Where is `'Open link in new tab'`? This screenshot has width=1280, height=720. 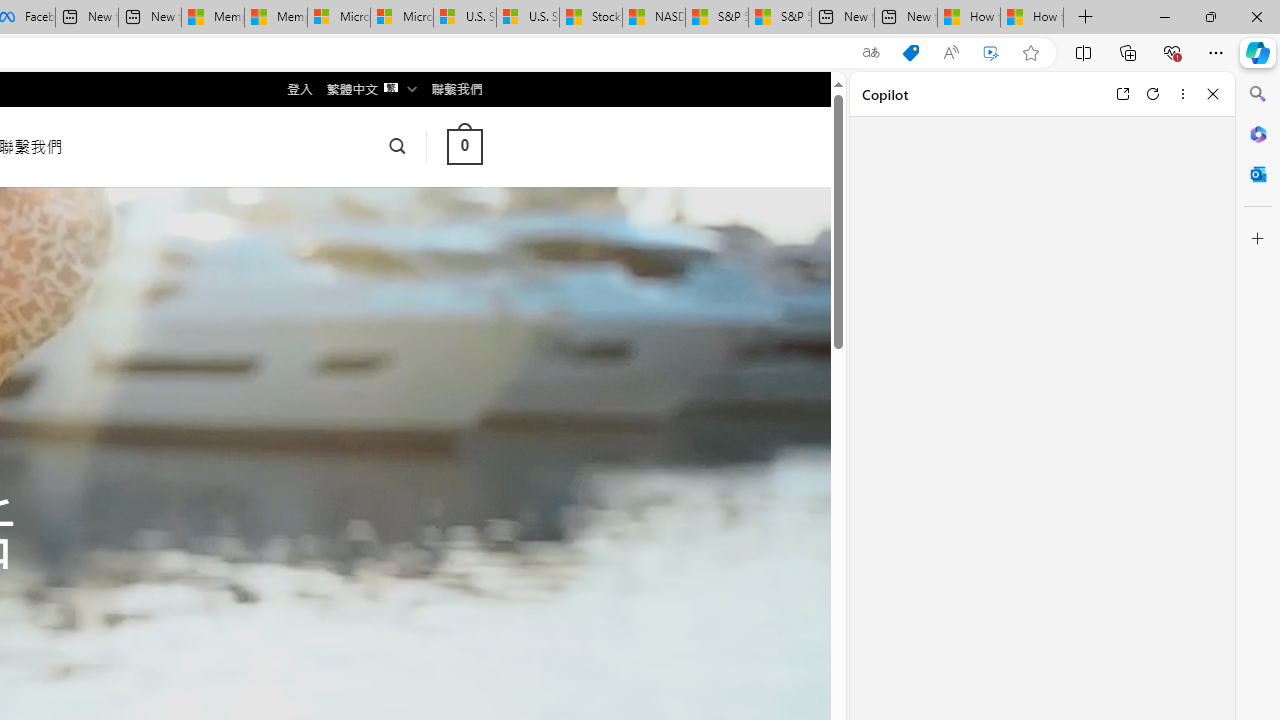
'Open link in new tab' is located at coordinates (1122, 93).